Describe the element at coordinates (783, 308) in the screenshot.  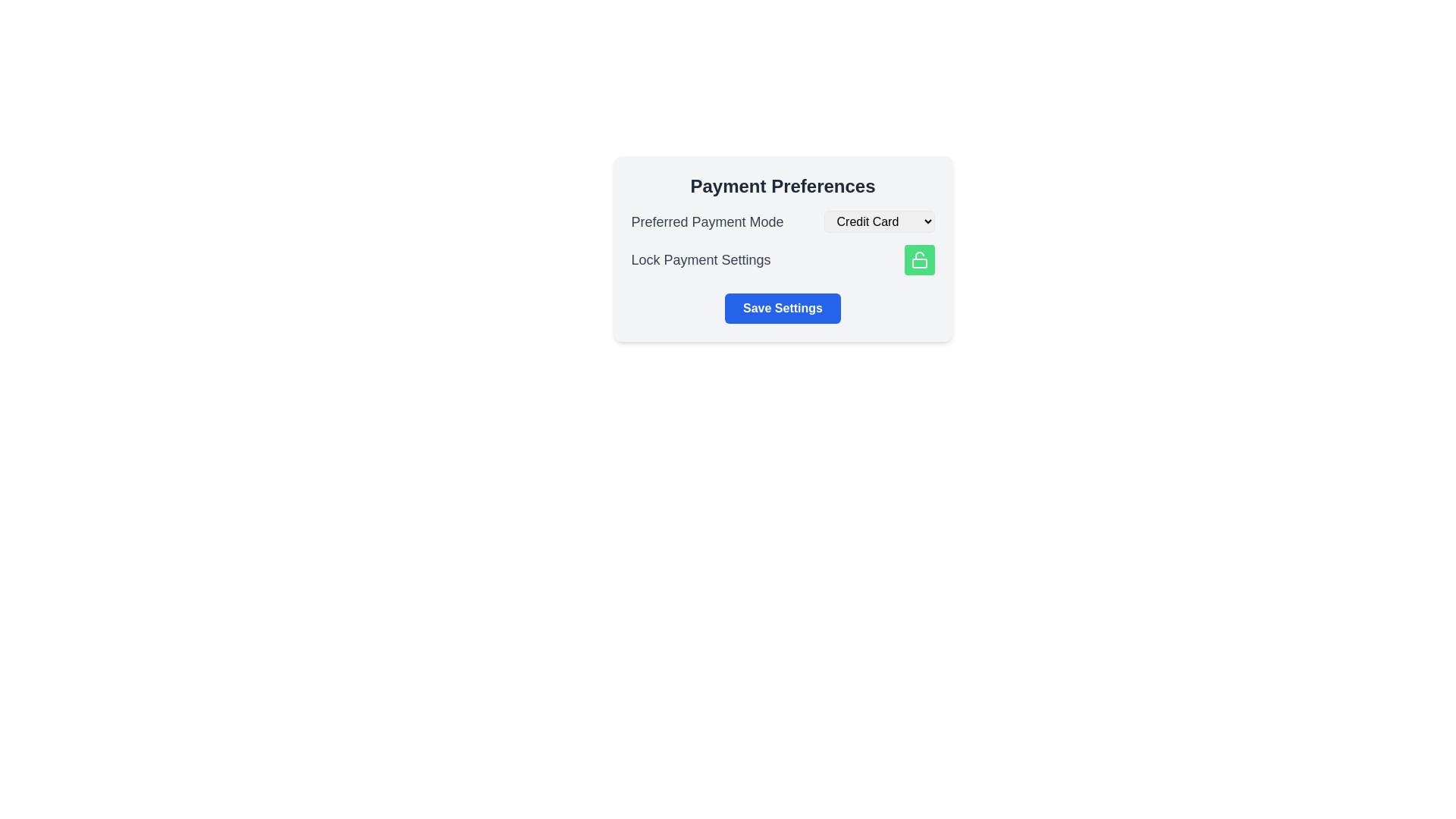
I see `the 'Save Settings' button with a blue background and white text, located at the bottom of the 'Payment Preferences' card` at that location.